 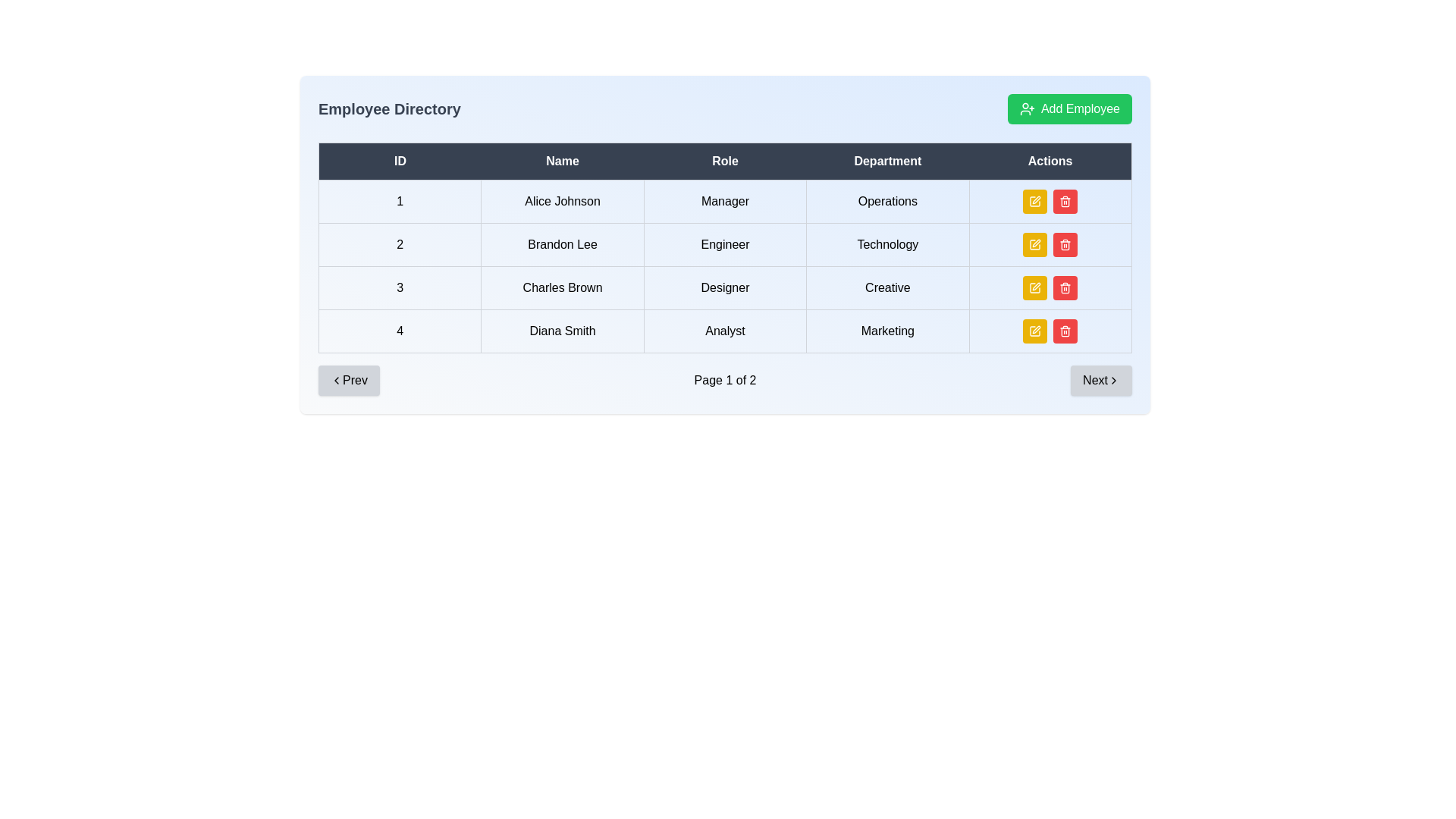 I want to click on the 'Add Employee' button that contains a user icon with a plus sign, located in the top-right corner above a table, so click(x=1027, y=108).